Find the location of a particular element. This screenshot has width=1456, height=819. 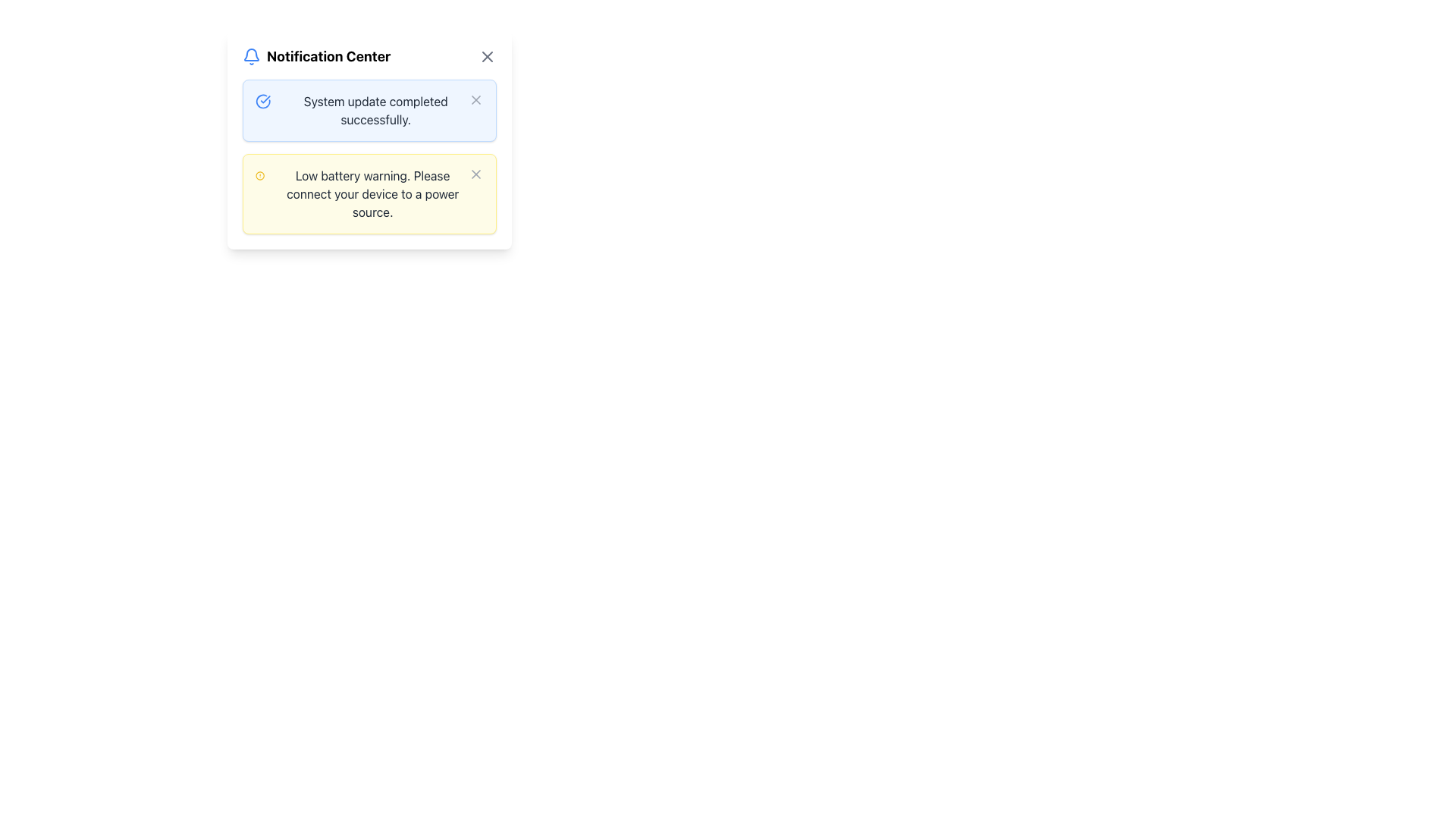

text-based notification stating 'Low battery warning. Please connect your device to a power source.' which is displayed in gray text aligned to the left inside the warning notification area is located at coordinates (372, 193).